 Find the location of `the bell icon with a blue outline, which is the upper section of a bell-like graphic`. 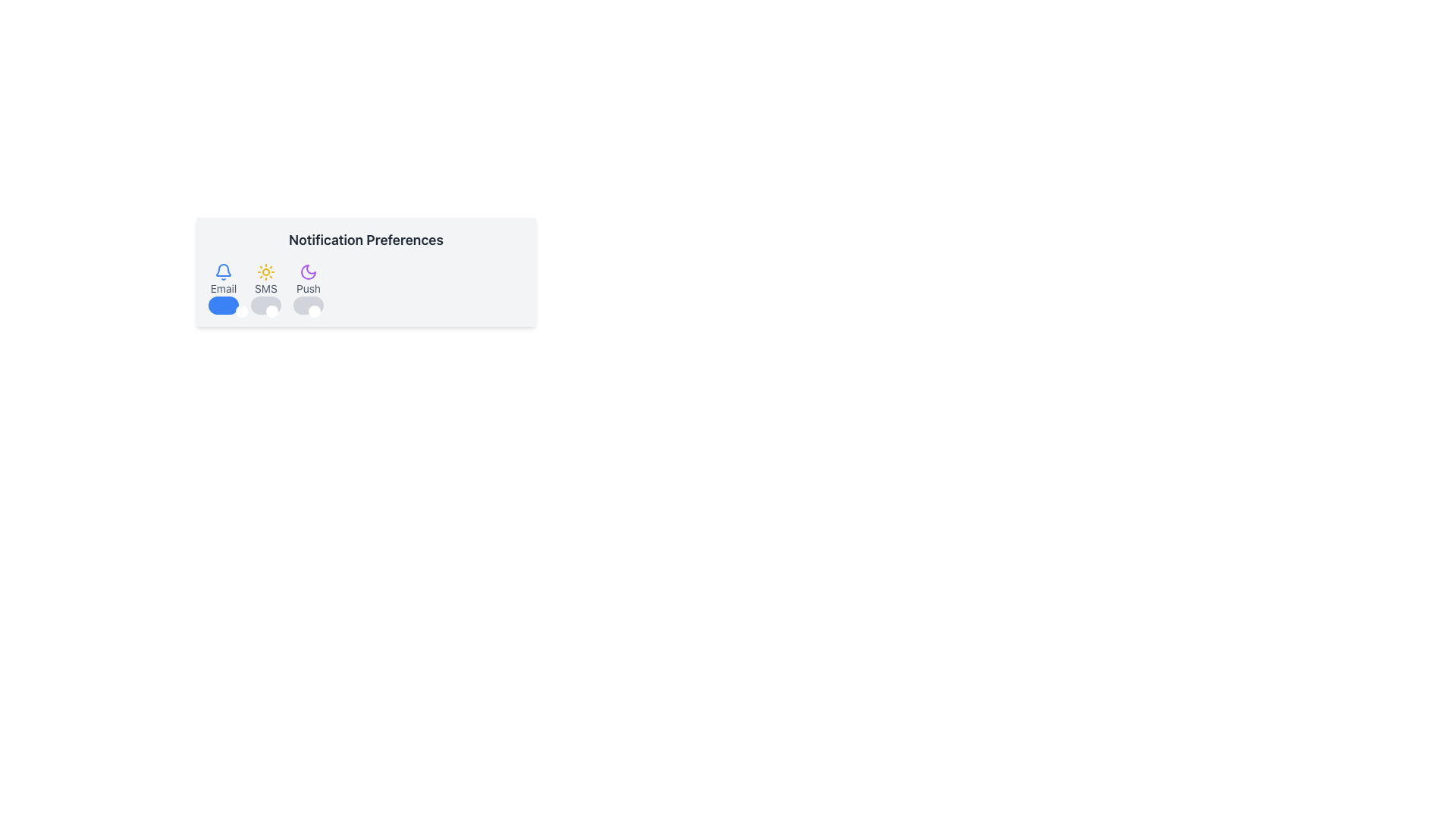

the bell icon with a blue outline, which is the upper section of a bell-like graphic is located at coordinates (222, 269).